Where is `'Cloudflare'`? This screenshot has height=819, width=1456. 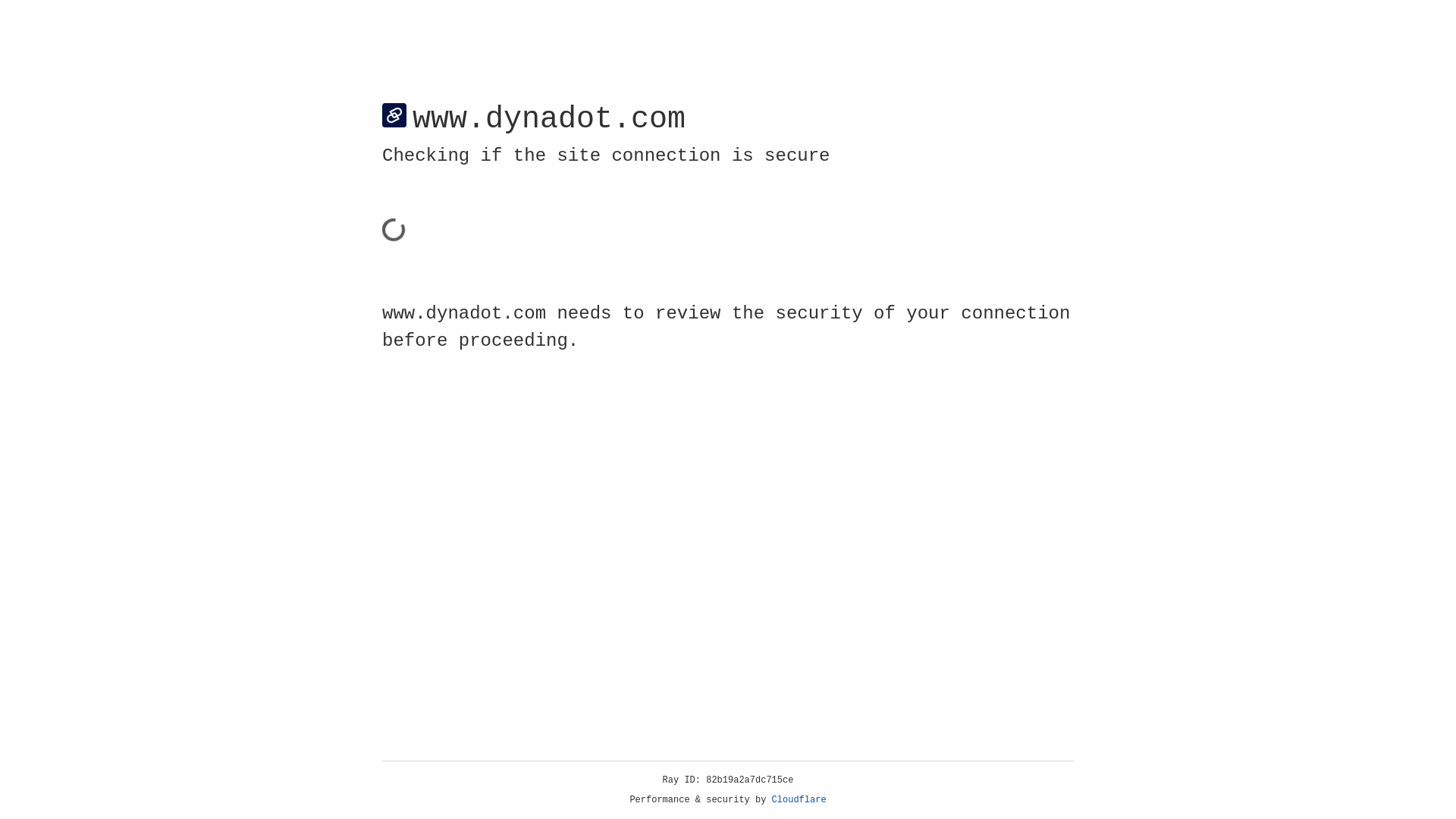 'Cloudflare' is located at coordinates (771, 799).